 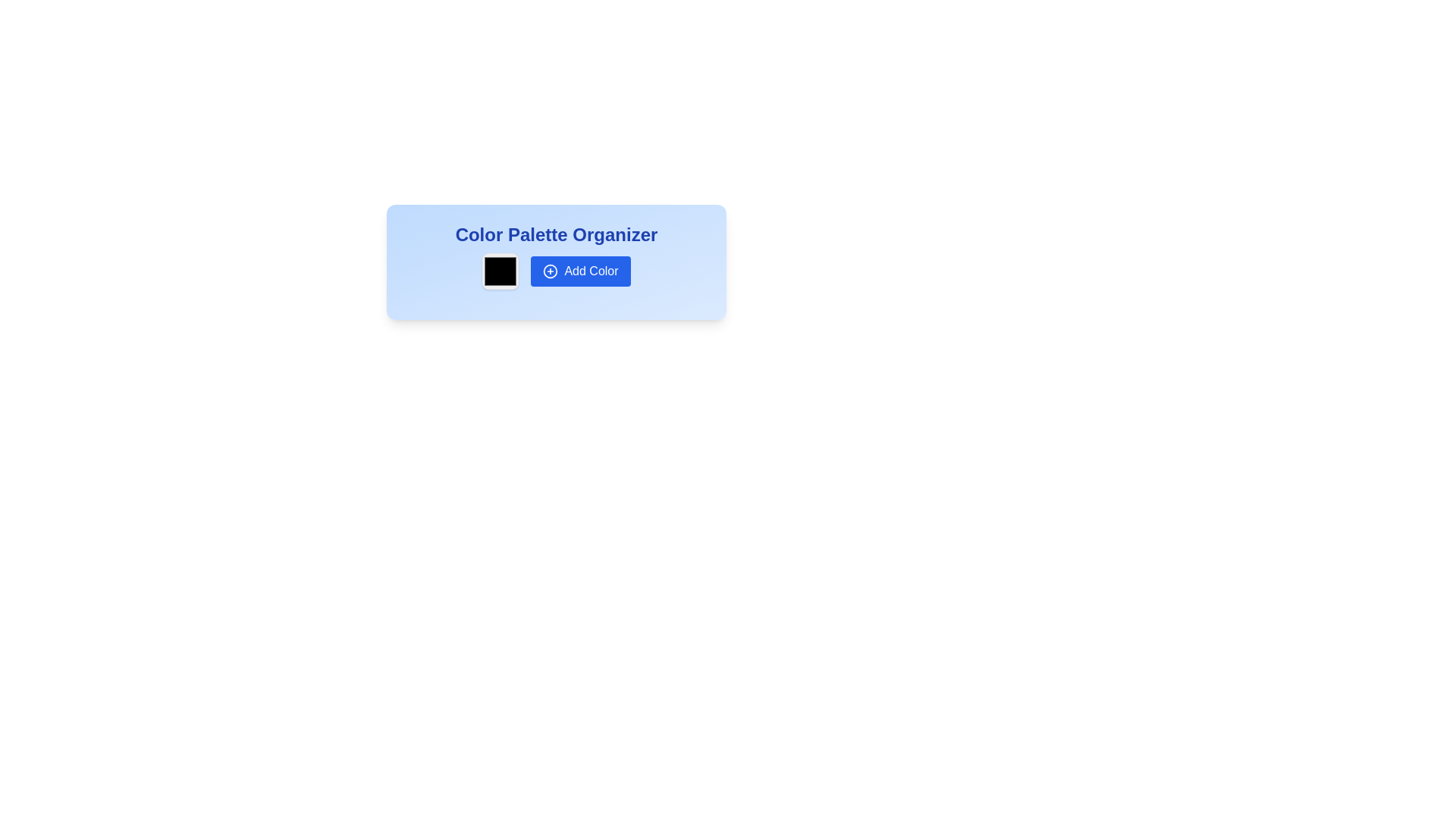 I want to click on the first color swatch element, which displays the color black, so click(x=500, y=271).